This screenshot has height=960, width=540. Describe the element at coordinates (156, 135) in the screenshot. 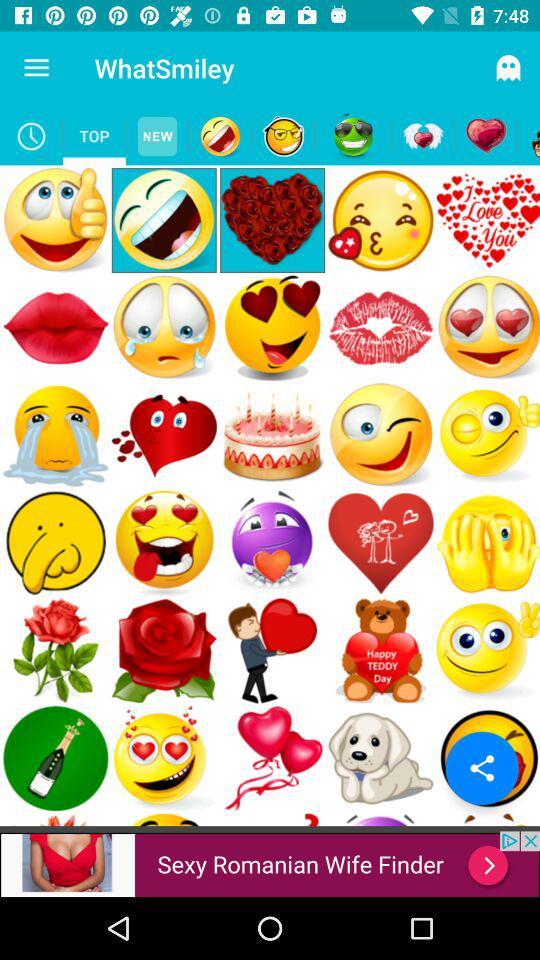

I see `new option` at that location.